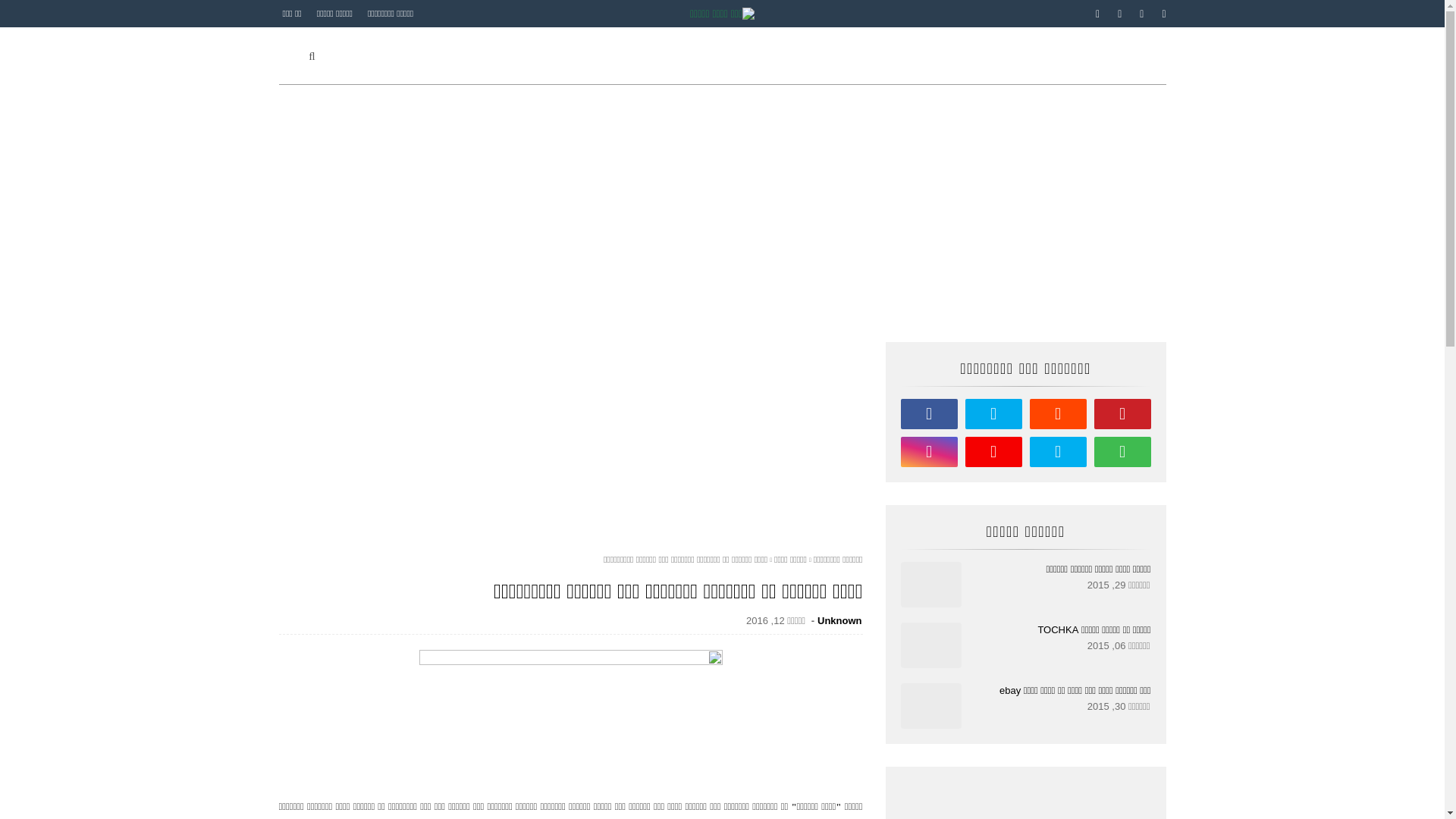 This screenshot has height=819, width=1456. What do you see at coordinates (928, 451) in the screenshot?
I see `'instagram'` at bounding box center [928, 451].